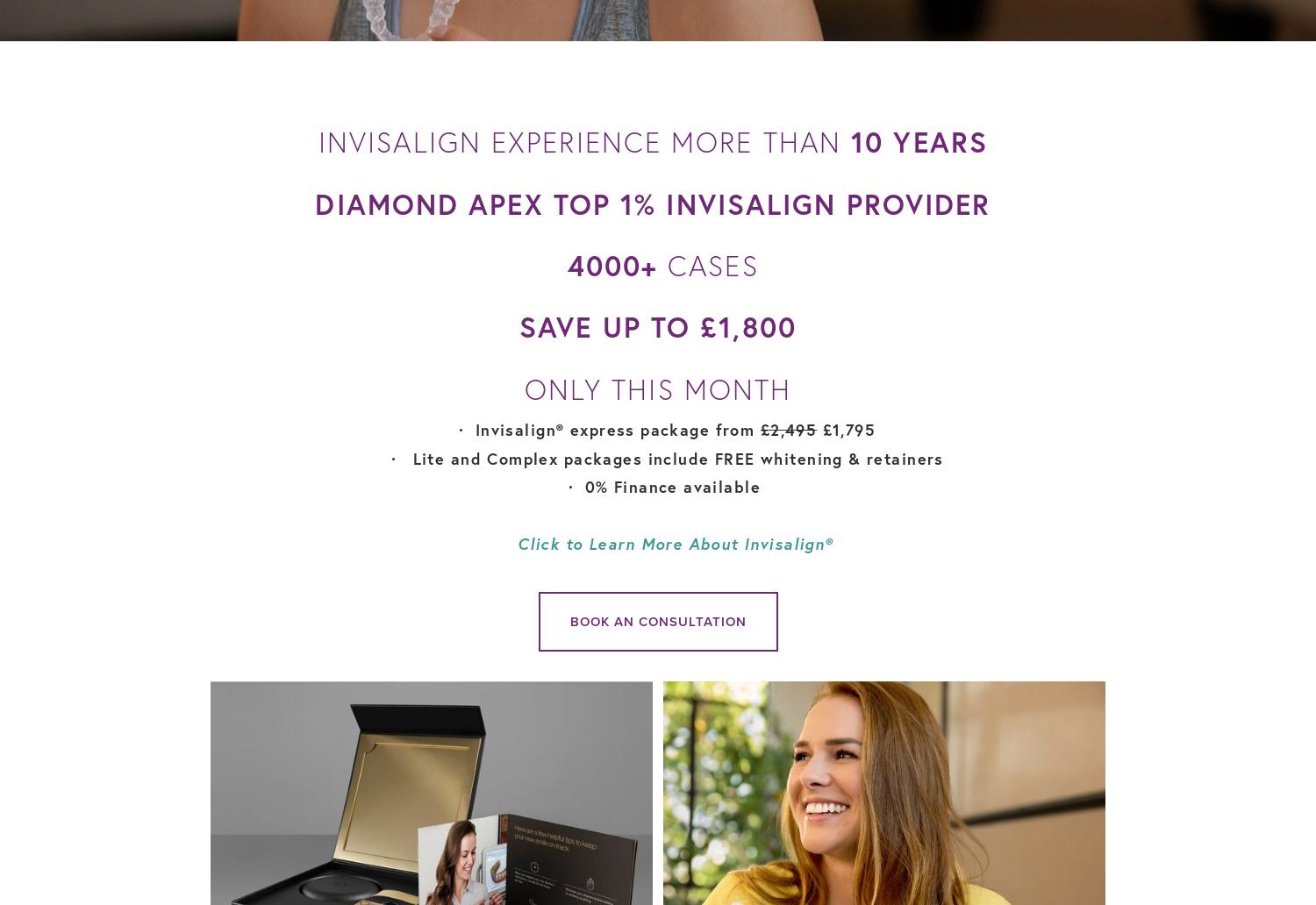 This screenshot has height=905, width=1316. I want to click on 'Lite and Complex packages include FREE whitening & retainers', so click(675, 457).